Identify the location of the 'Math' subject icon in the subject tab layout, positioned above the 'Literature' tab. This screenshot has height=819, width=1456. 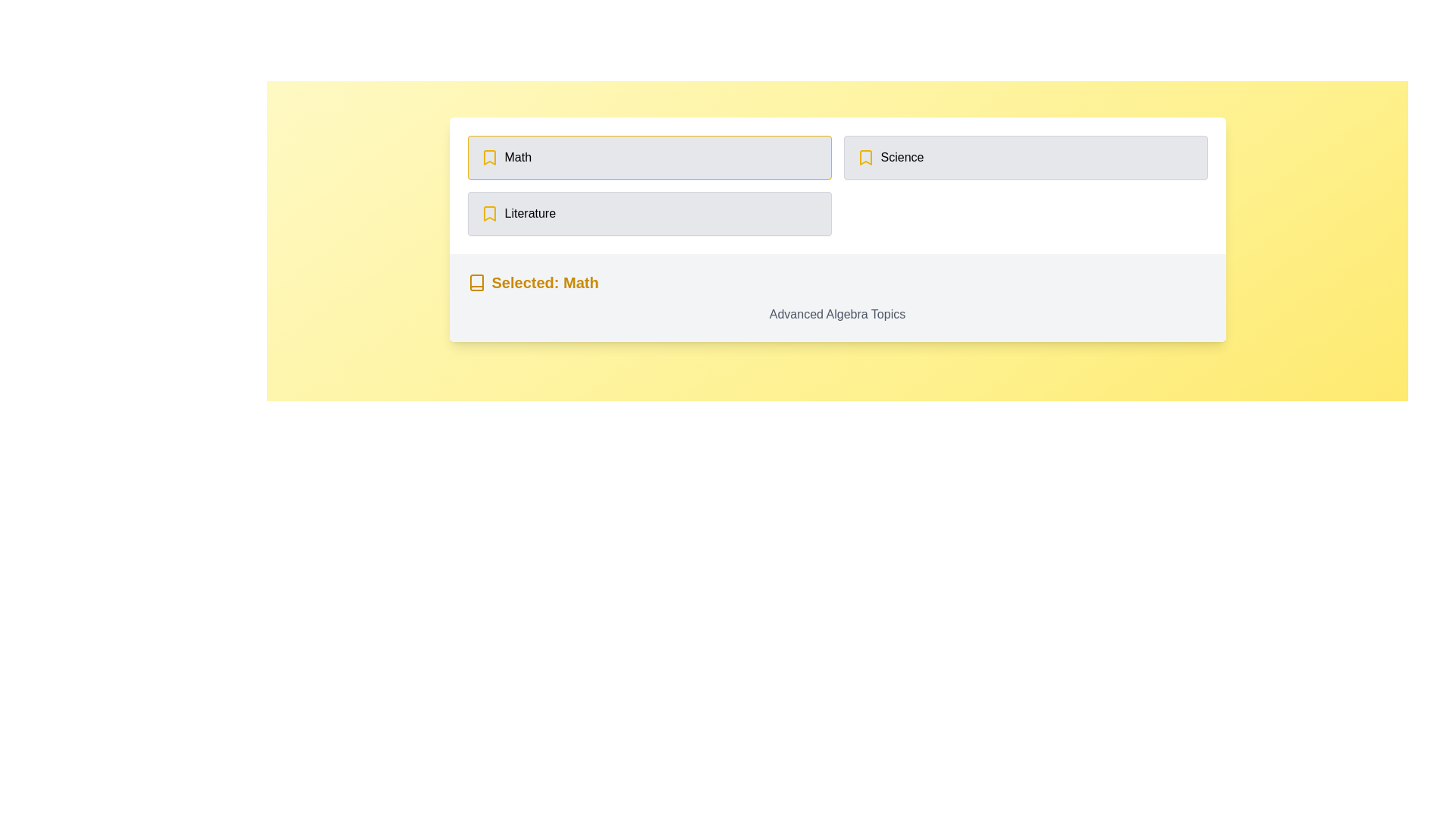
(489, 158).